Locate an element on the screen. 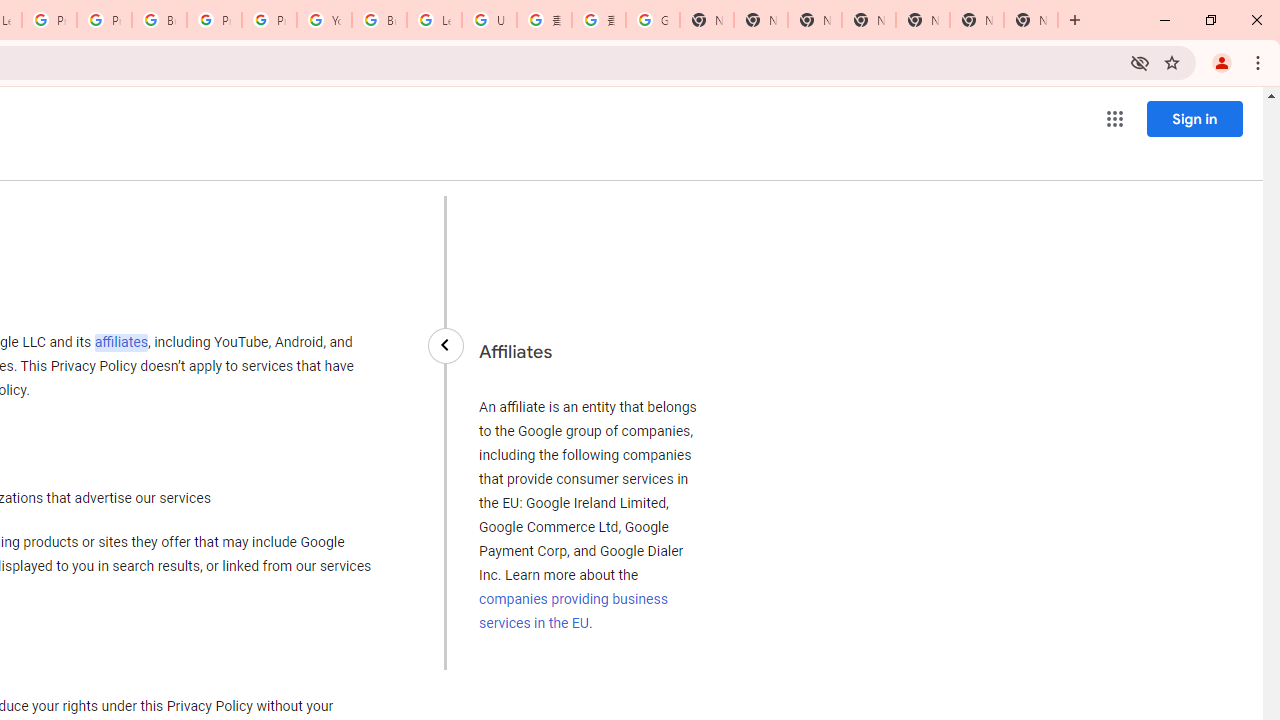  'companies providing business services in the EU' is located at coordinates (572, 609).